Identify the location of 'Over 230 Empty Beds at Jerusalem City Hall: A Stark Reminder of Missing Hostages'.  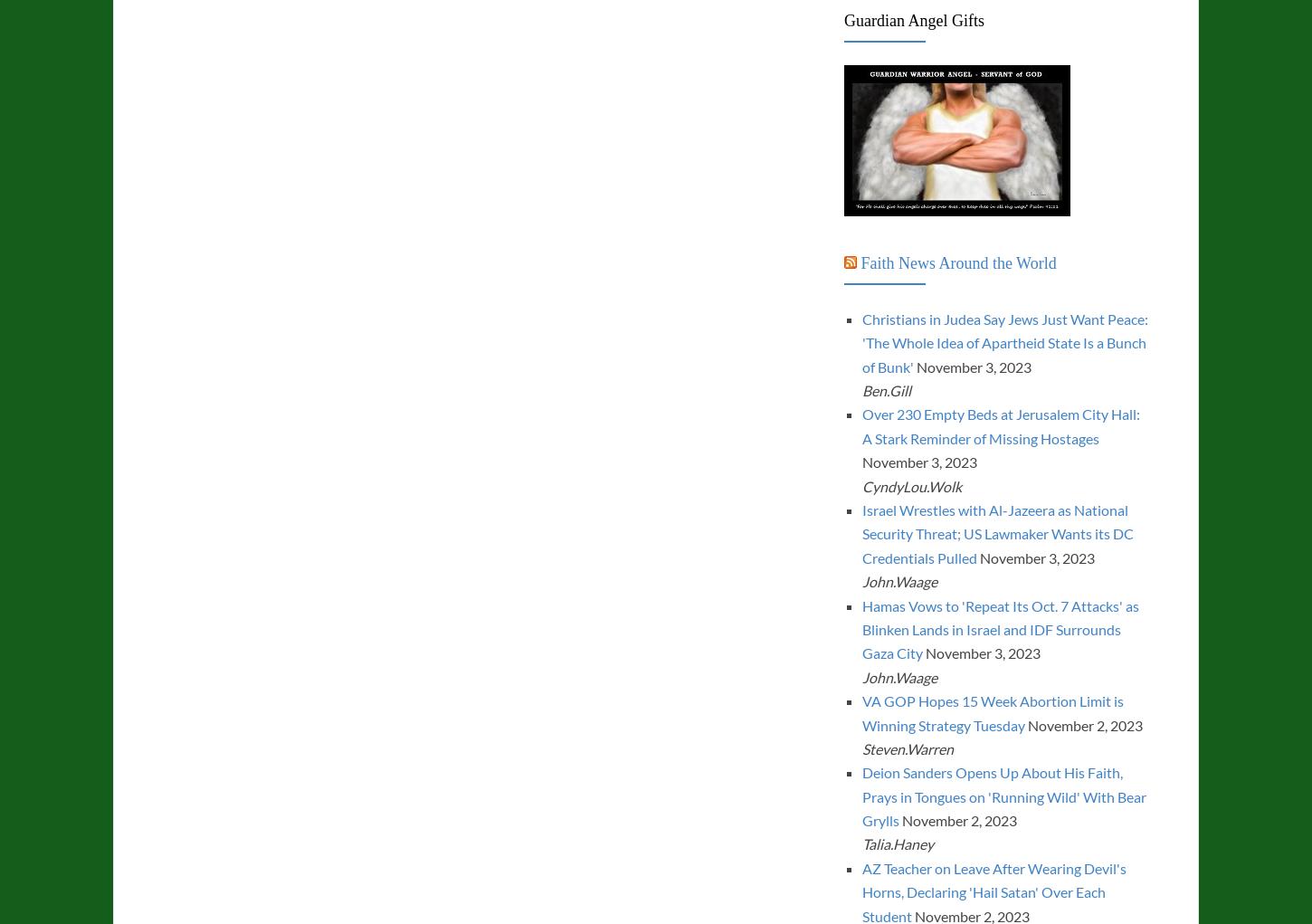
(999, 425).